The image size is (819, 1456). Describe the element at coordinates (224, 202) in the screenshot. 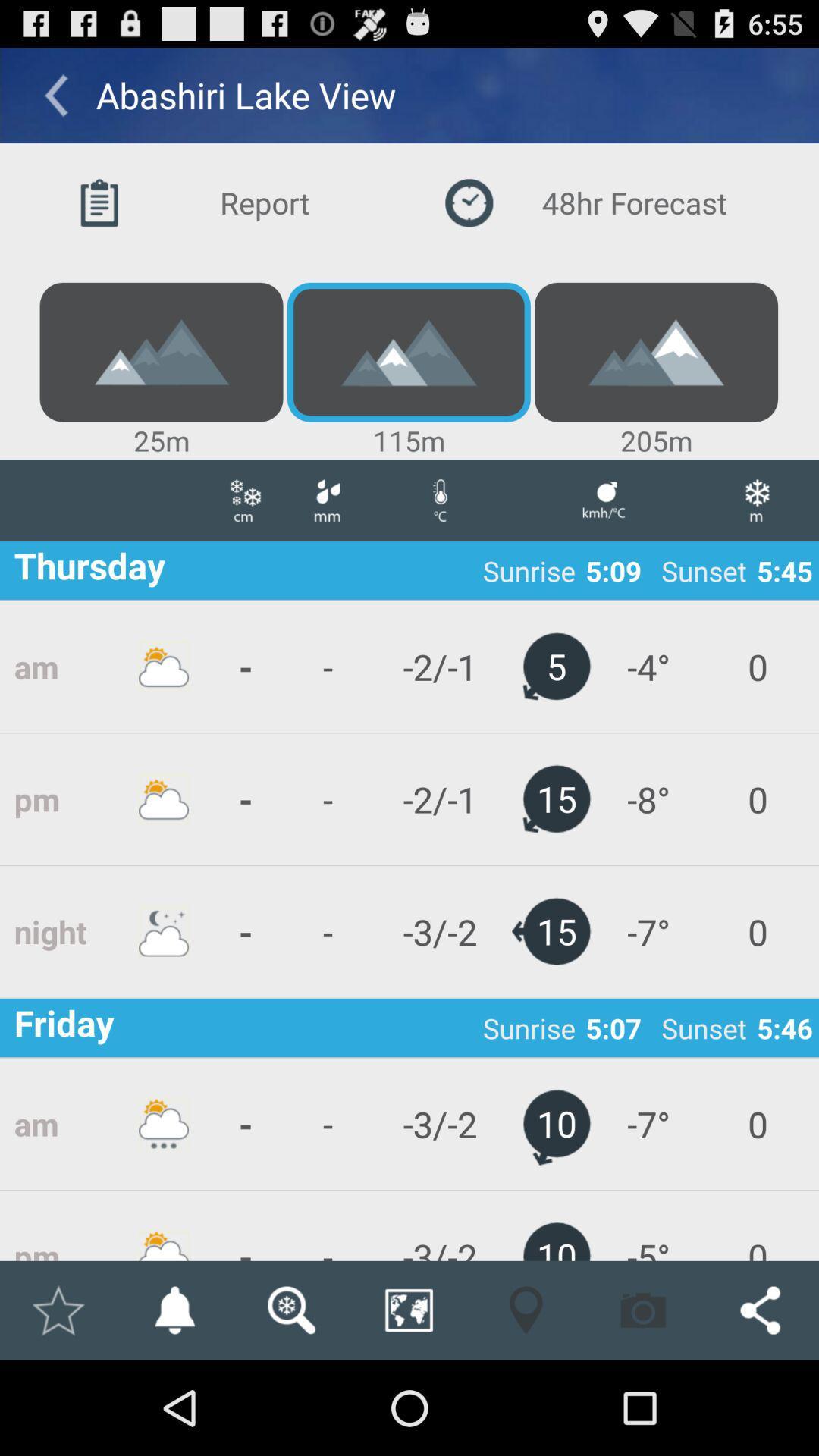

I see `report button` at that location.